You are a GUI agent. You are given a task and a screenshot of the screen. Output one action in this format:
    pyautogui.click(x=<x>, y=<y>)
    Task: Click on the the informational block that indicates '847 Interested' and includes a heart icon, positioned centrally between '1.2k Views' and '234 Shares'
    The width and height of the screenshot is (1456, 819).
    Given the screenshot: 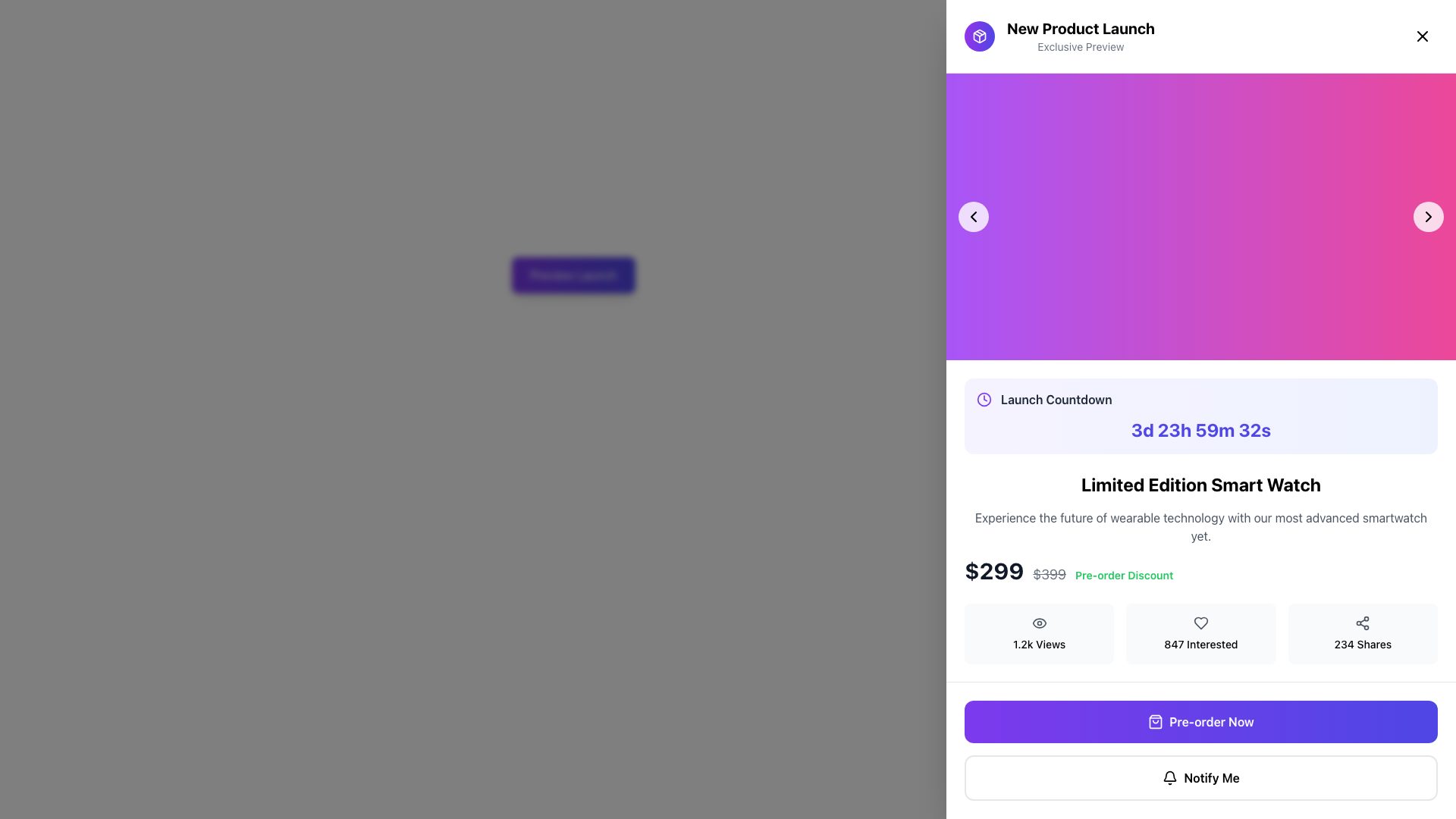 What is the action you would take?
    pyautogui.click(x=1200, y=634)
    